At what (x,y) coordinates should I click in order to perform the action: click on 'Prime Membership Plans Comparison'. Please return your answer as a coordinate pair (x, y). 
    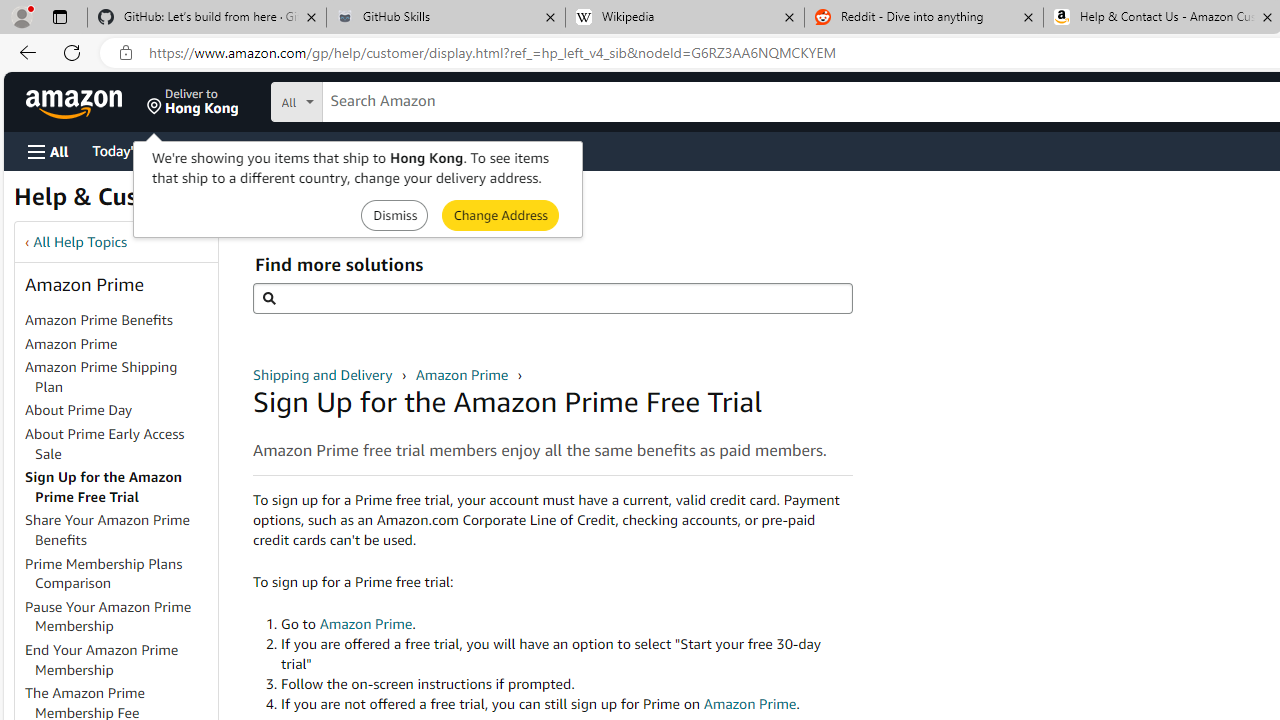
    Looking at the image, I should click on (119, 573).